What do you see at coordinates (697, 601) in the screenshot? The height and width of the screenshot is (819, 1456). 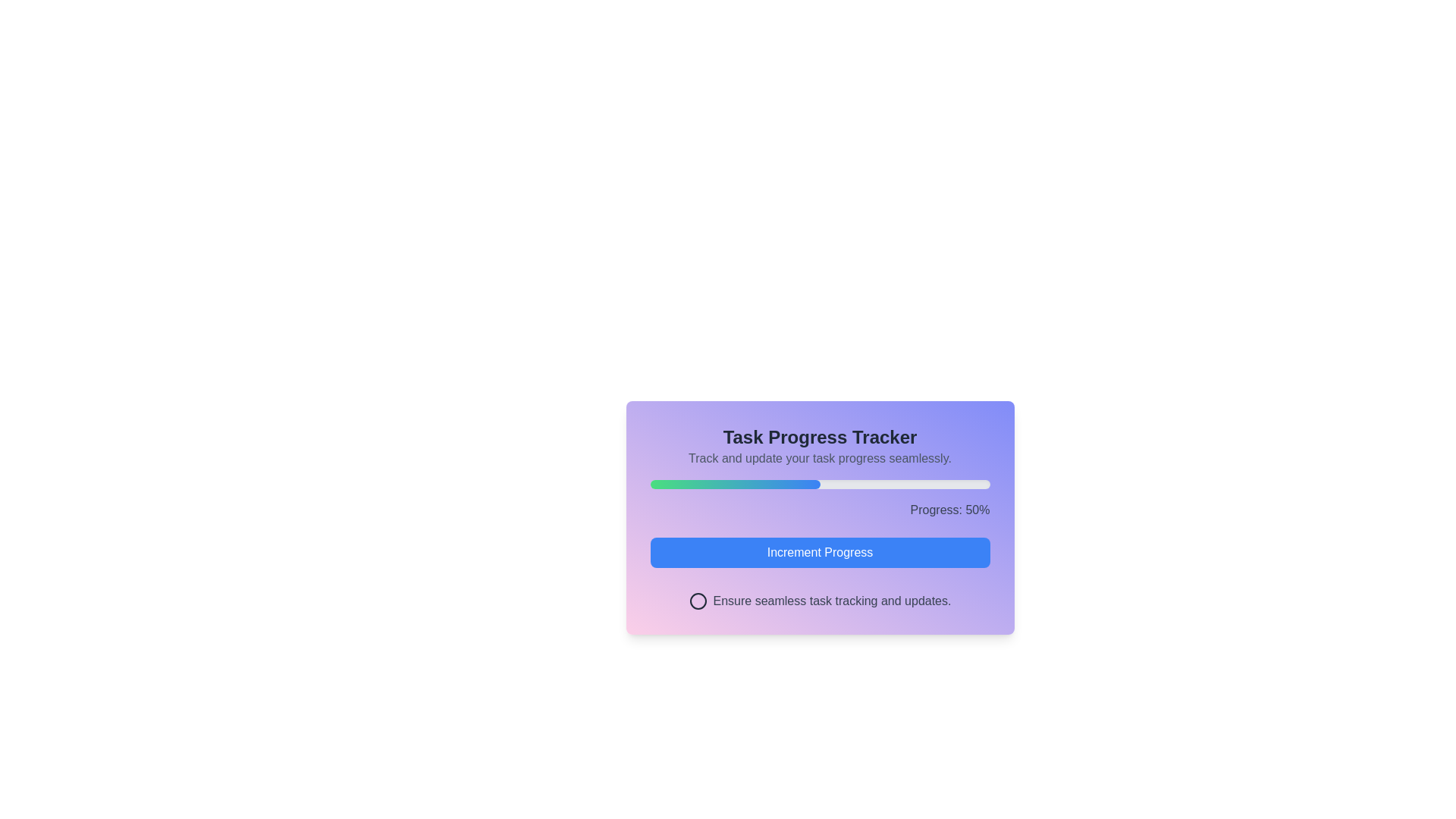 I see `the SVG-based graphical icon that precedes the text 'Ensure seamless task tracking and updates.'` at bounding box center [697, 601].